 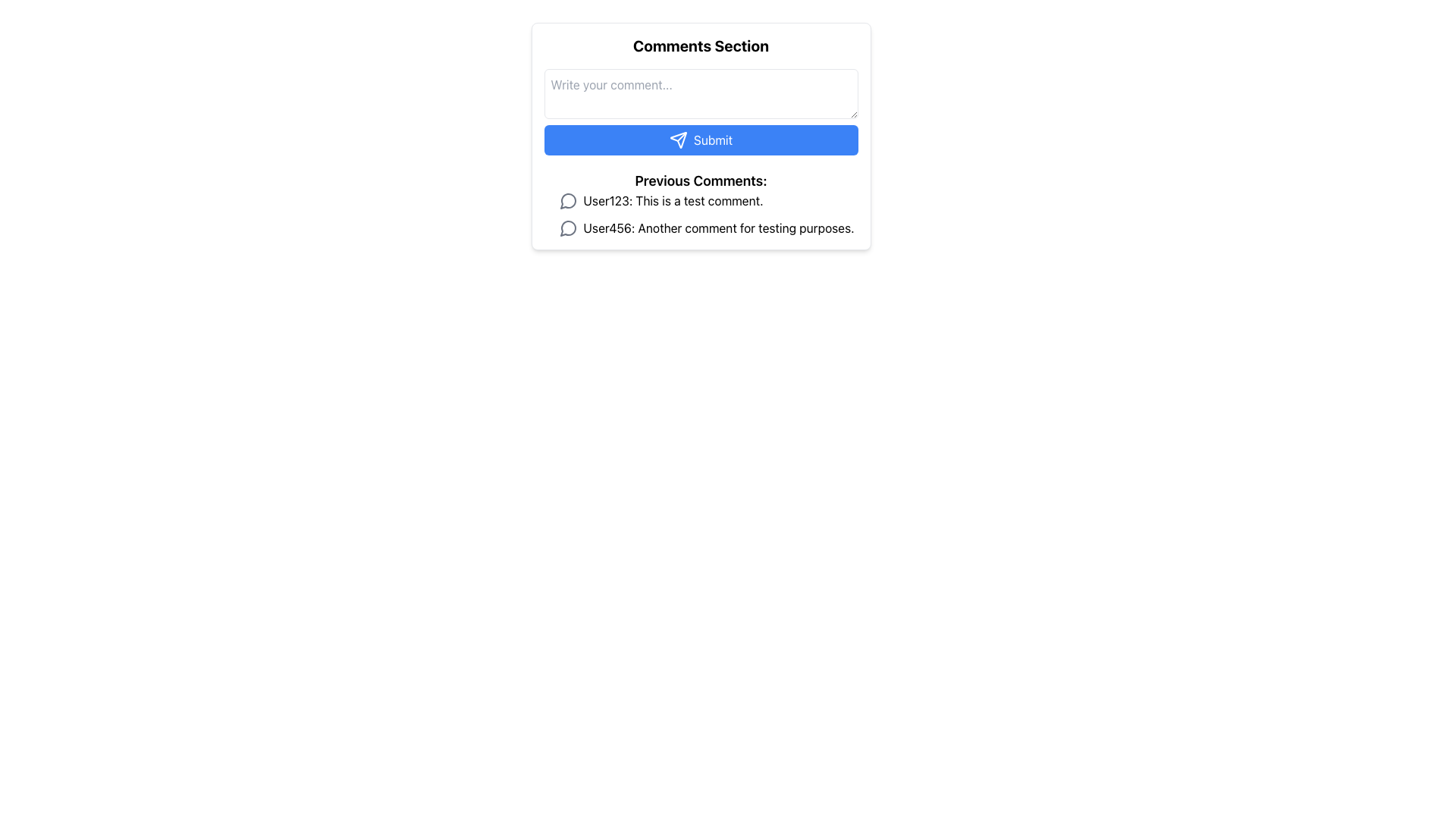 What do you see at coordinates (567, 200) in the screenshot?
I see `the circular outline-style speech bubble icon located at the beginning of the comment entry displaying 'User123: This is a test comment.'` at bounding box center [567, 200].